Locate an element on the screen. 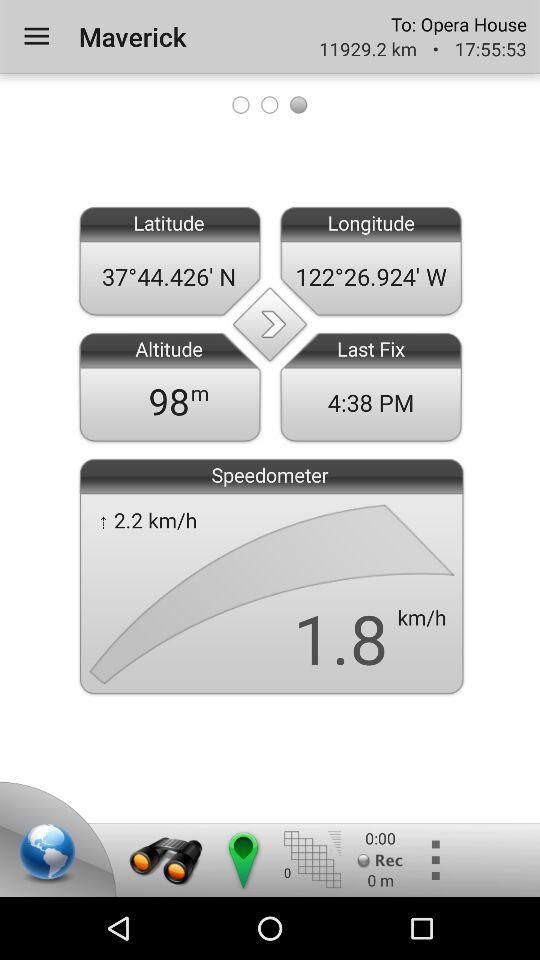  click on earth is located at coordinates (51, 853).